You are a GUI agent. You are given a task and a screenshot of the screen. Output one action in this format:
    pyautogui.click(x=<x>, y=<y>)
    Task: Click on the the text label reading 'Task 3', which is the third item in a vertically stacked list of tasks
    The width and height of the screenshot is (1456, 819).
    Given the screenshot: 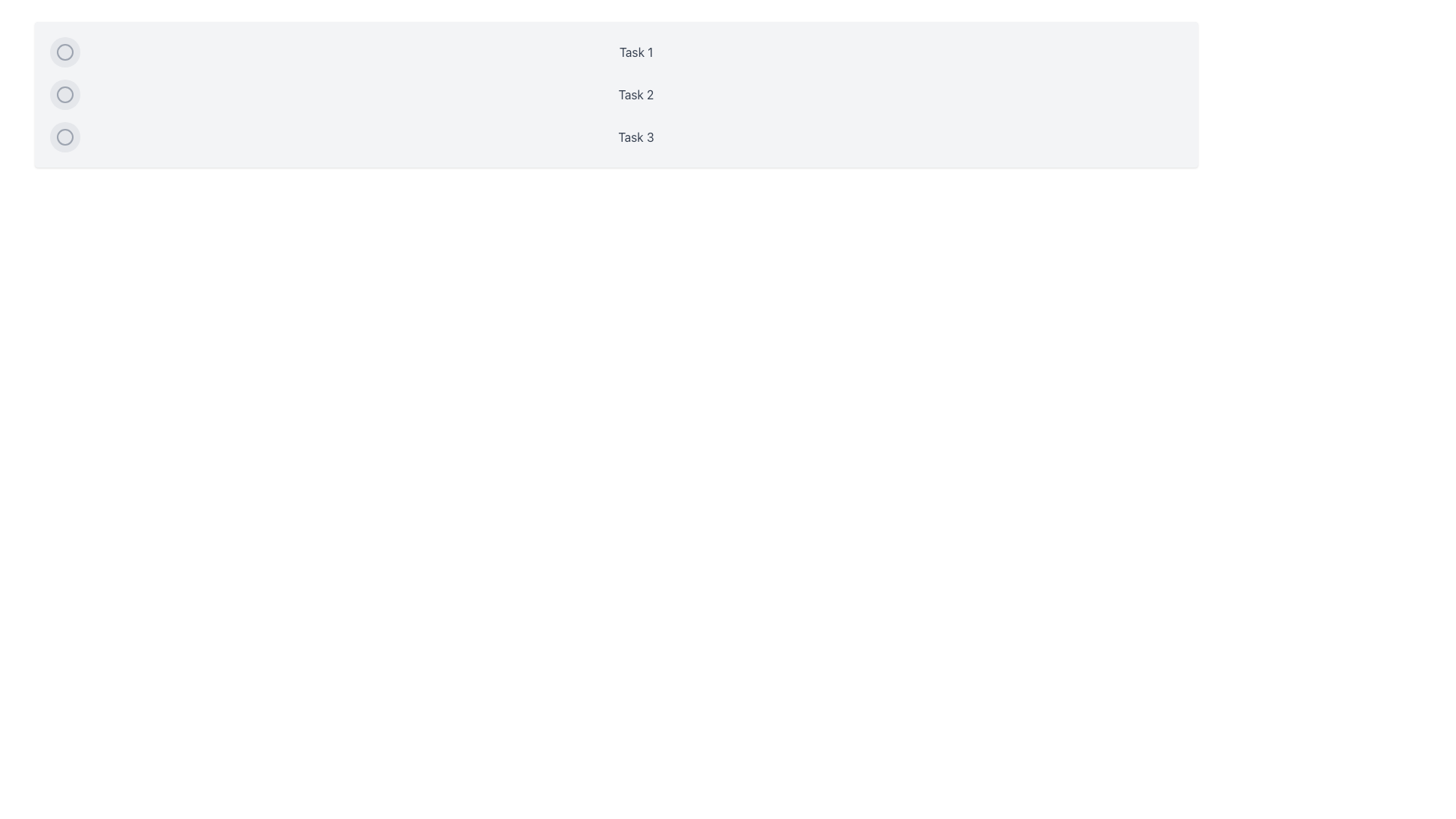 What is the action you would take?
    pyautogui.click(x=616, y=137)
    